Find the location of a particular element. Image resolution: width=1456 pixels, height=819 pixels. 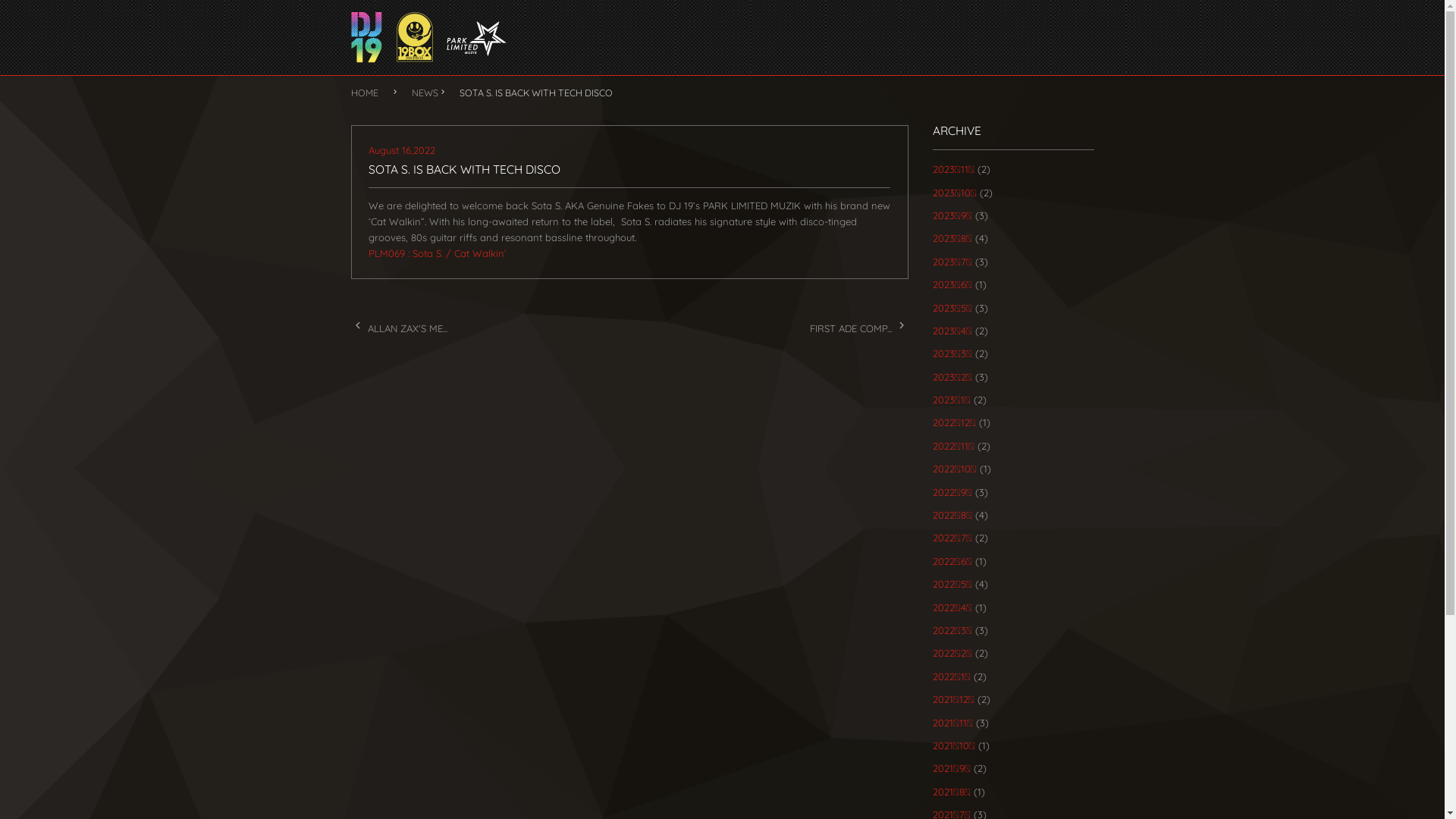

'NEWS' is located at coordinates (424, 93).